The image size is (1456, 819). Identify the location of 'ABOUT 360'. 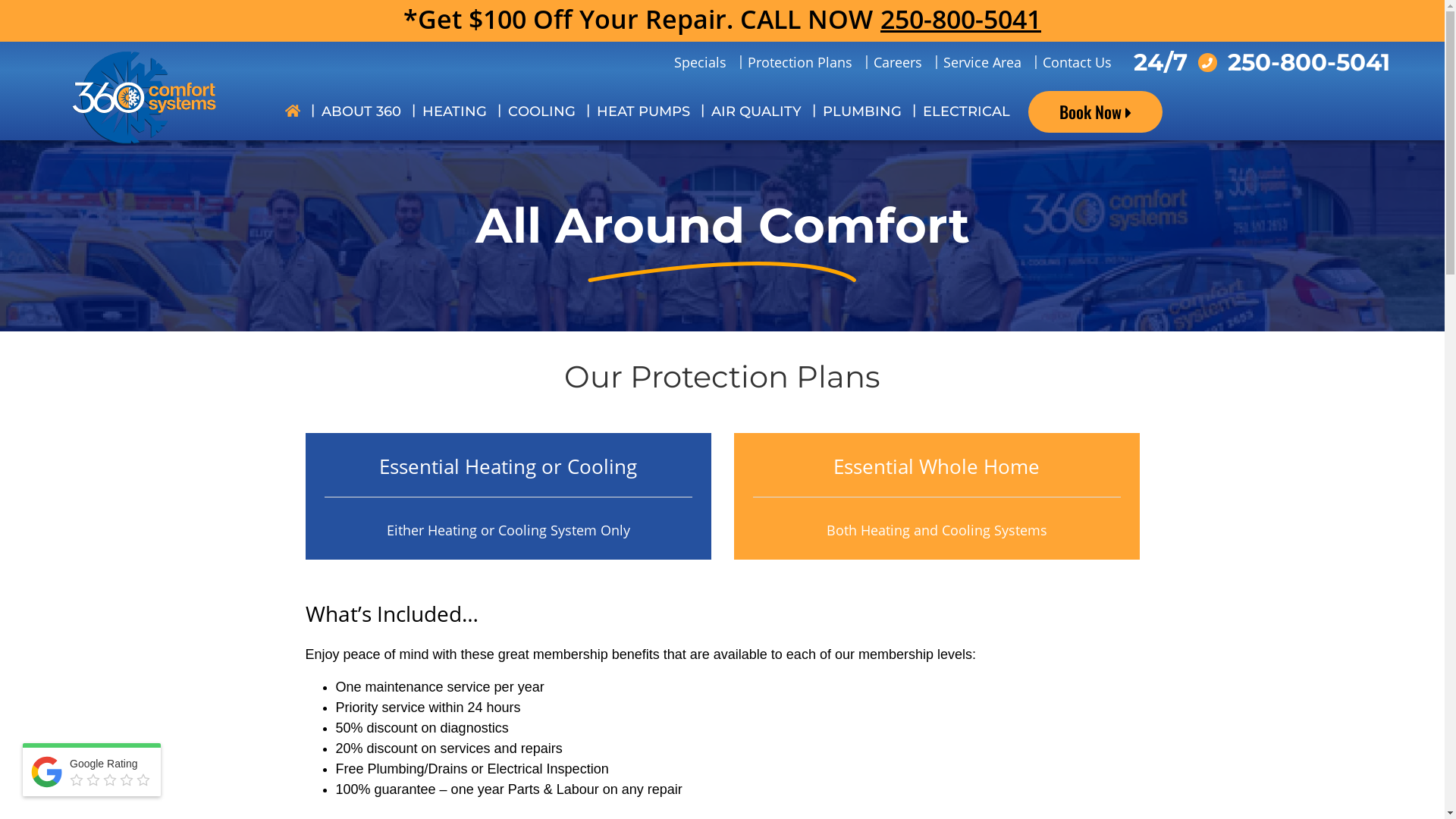
(360, 111).